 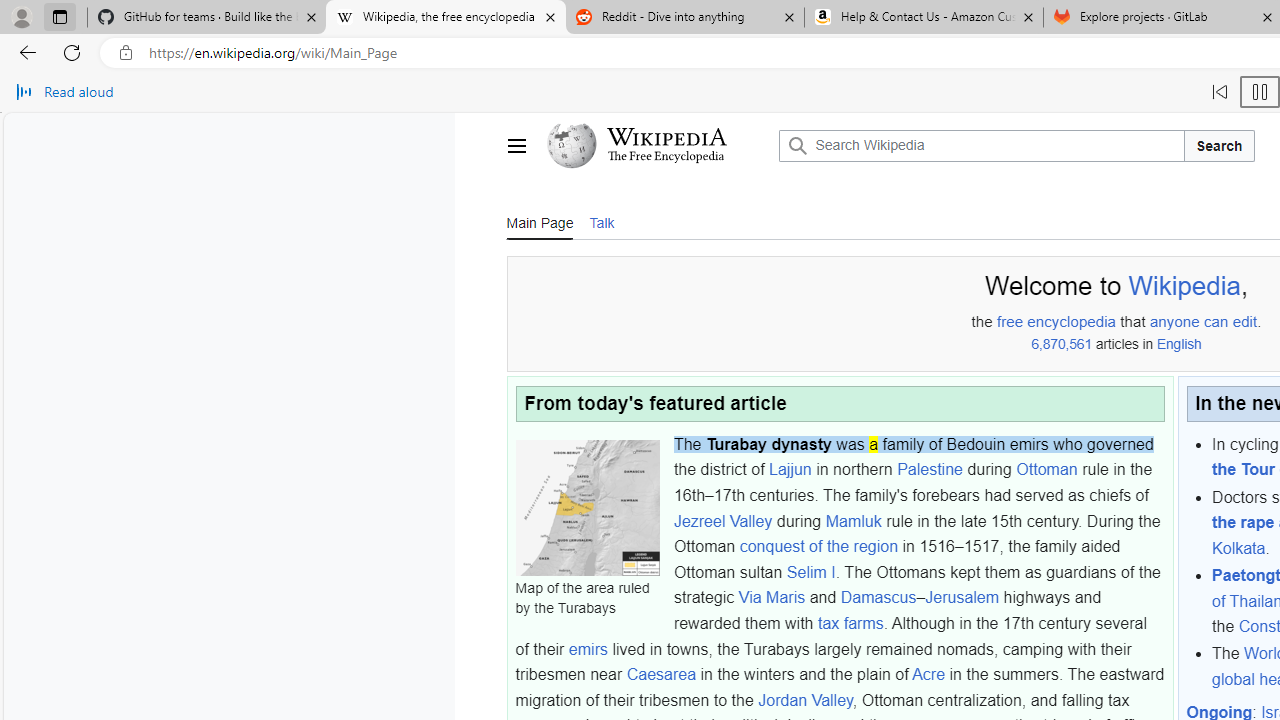 I want to click on 'anyone can edit', so click(x=1202, y=321).